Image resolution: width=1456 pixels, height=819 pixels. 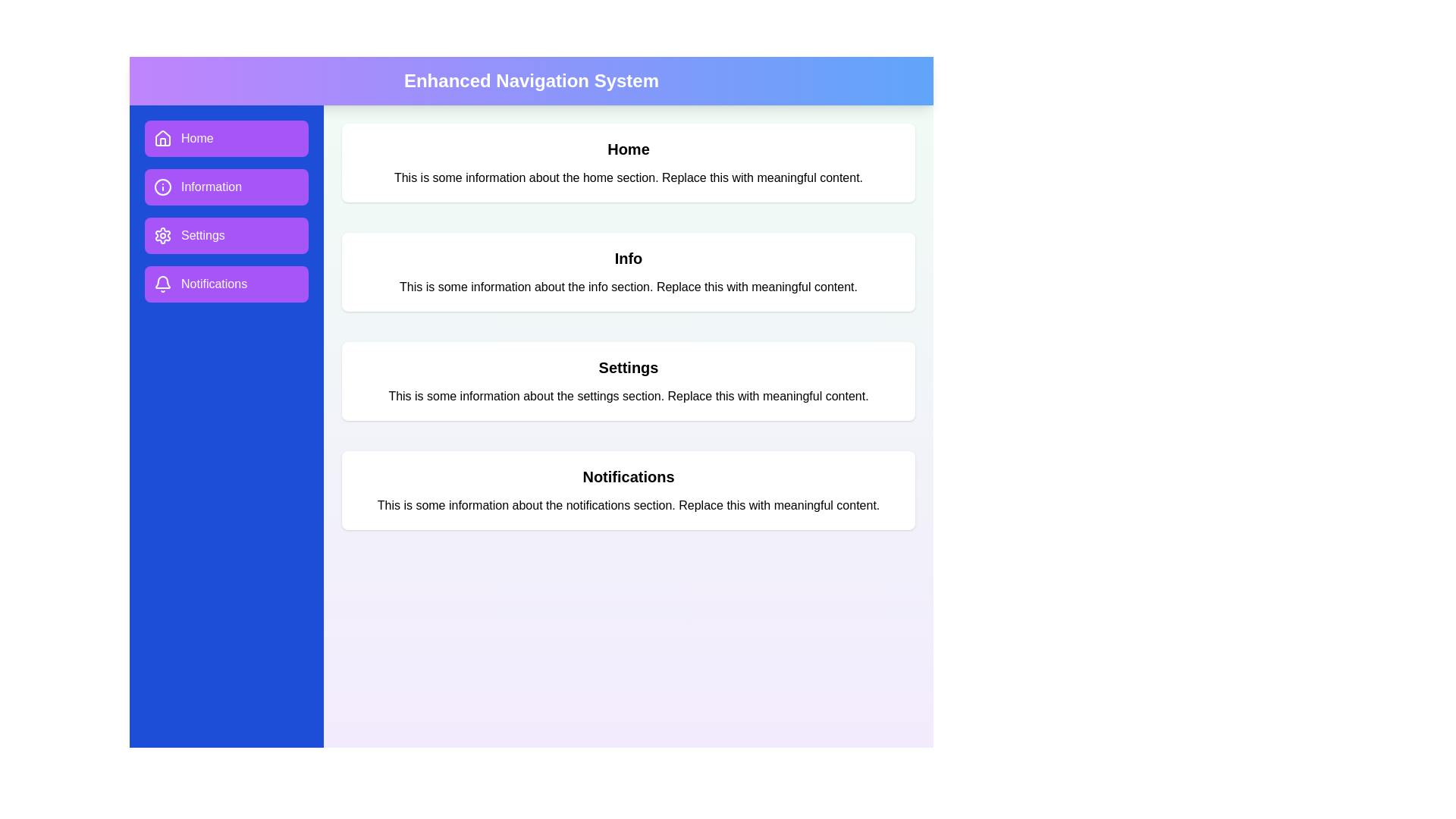 What do you see at coordinates (163, 236) in the screenshot?
I see `the 'Settings' icon located within the third item of the vertical navigation menu for accessibility purposes` at bounding box center [163, 236].